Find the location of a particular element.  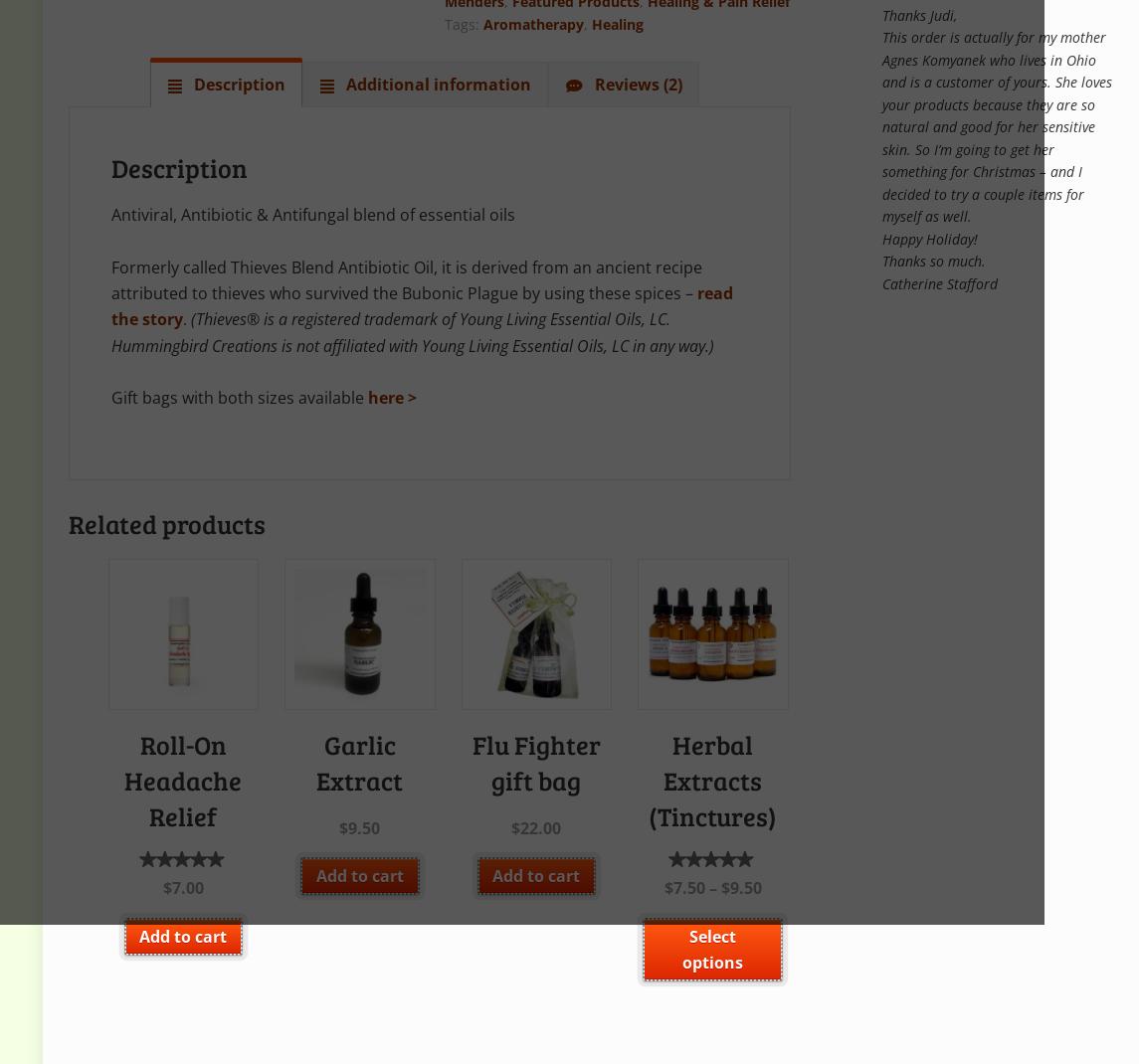

'Thanks Judi,' is located at coordinates (919, 13).